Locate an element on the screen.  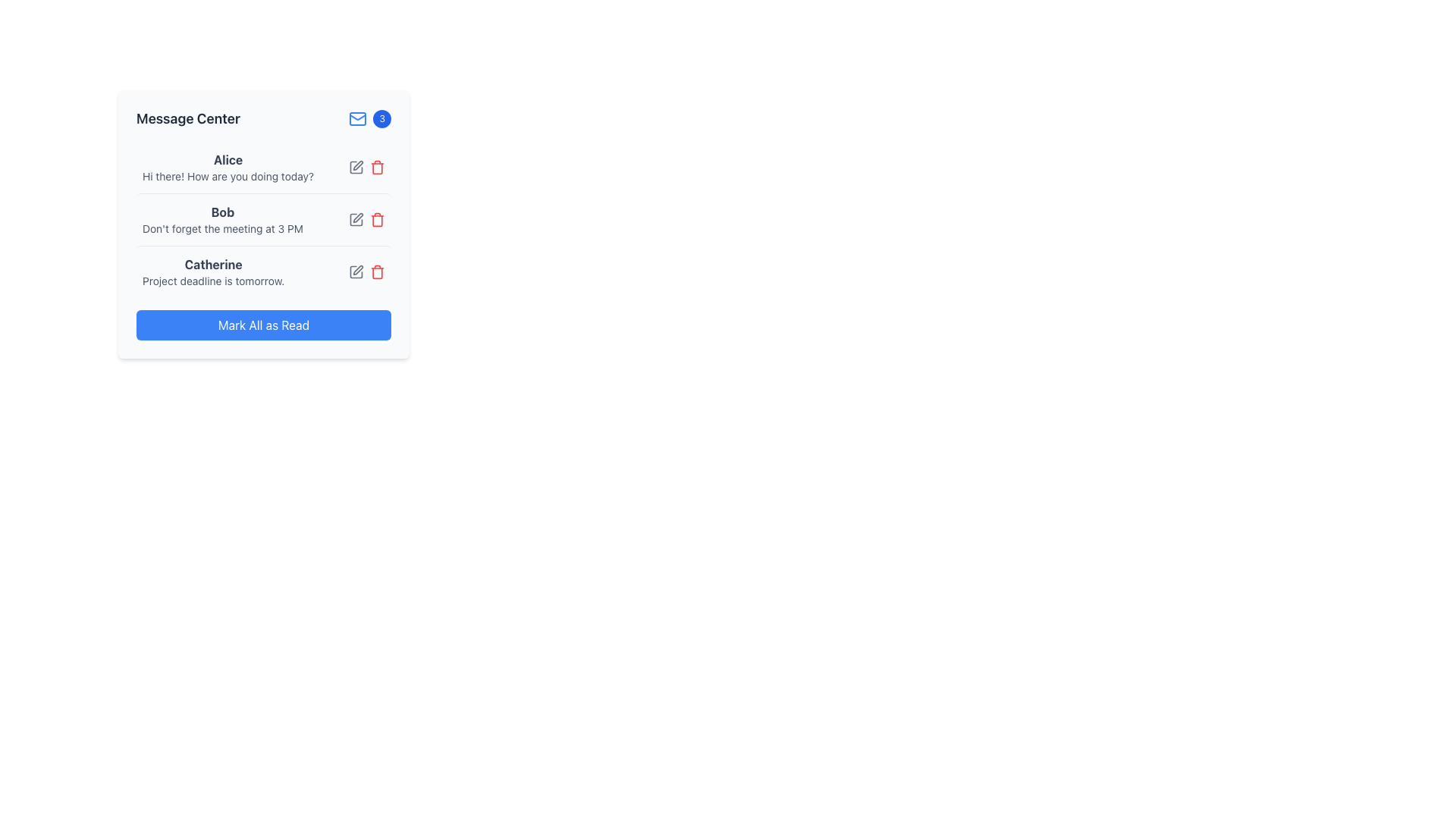
the text block containing the name 'Alice' is located at coordinates (227, 167).